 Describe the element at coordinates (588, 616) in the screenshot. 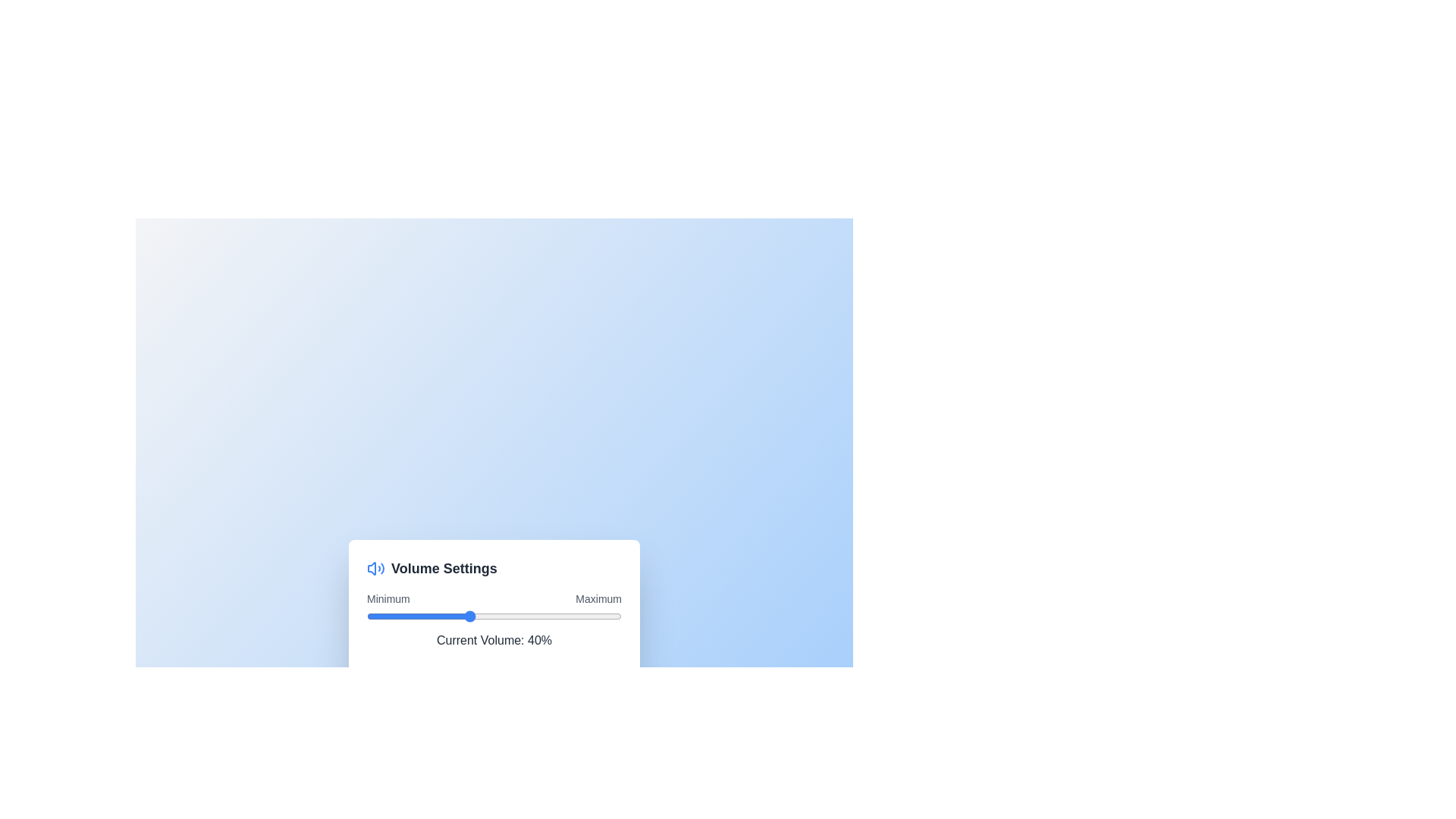

I see `the volume slider to 87%` at that location.